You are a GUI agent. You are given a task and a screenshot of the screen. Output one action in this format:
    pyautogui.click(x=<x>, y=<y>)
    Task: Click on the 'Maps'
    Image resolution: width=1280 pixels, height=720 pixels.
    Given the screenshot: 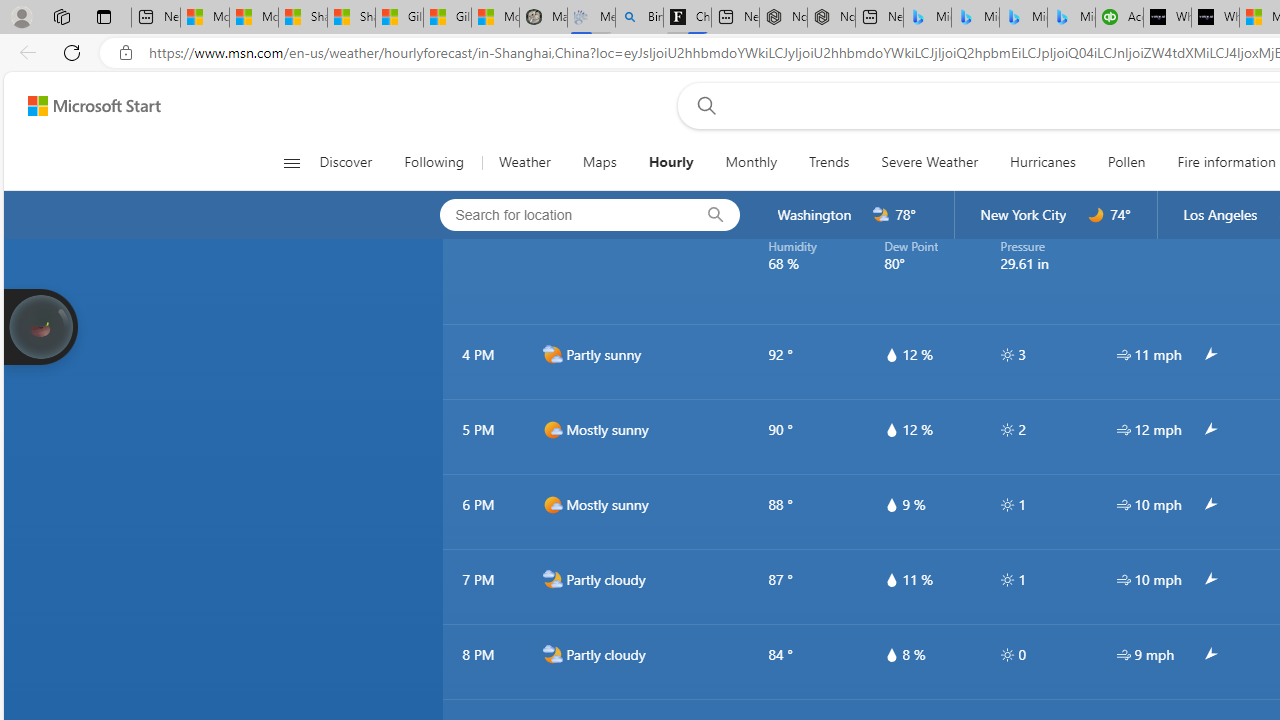 What is the action you would take?
    pyautogui.click(x=598, y=162)
    